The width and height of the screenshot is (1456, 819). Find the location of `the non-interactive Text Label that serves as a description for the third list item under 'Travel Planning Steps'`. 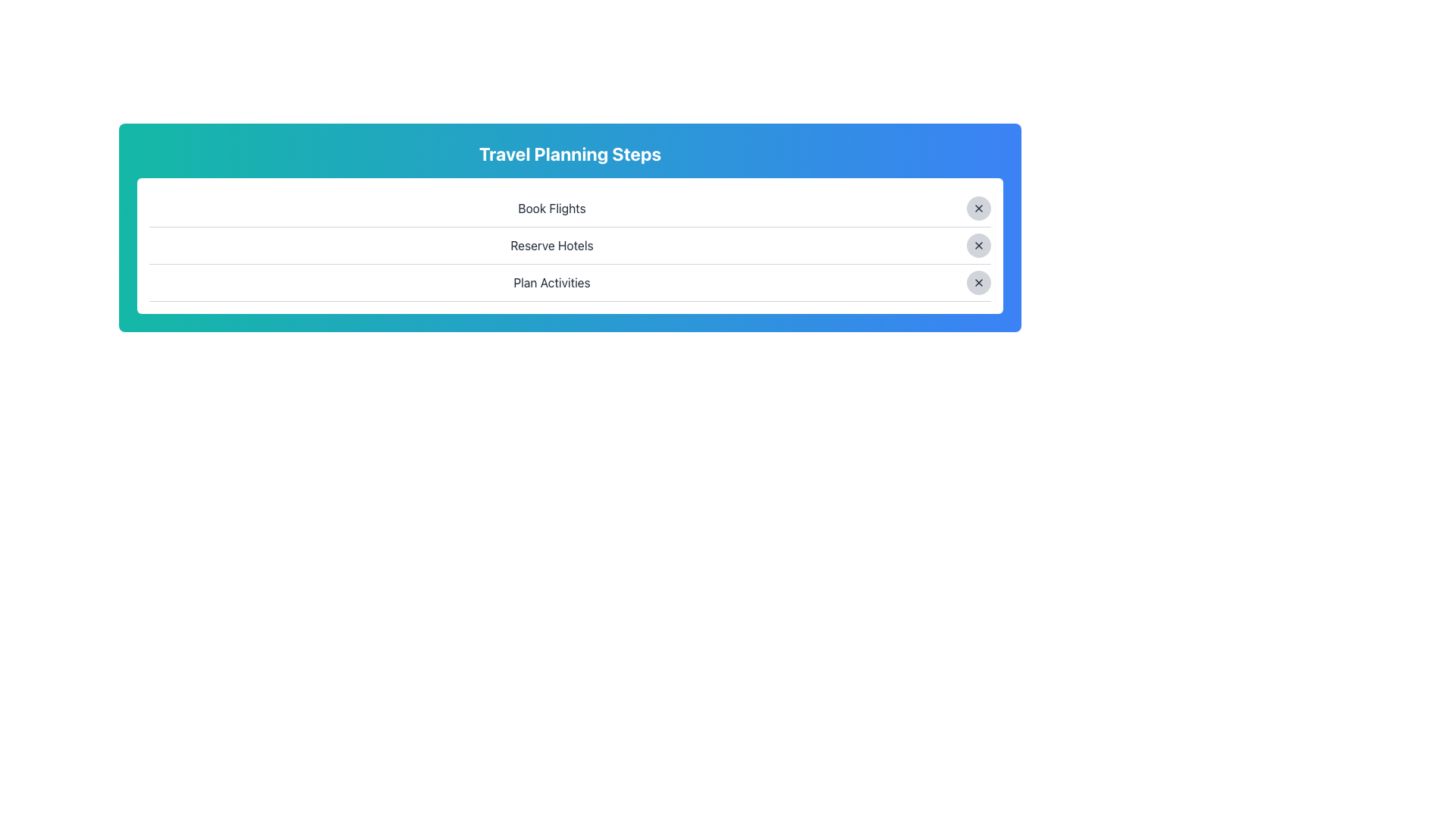

the non-interactive Text Label that serves as a description for the third list item under 'Travel Planning Steps' is located at coordinates (551, 283).